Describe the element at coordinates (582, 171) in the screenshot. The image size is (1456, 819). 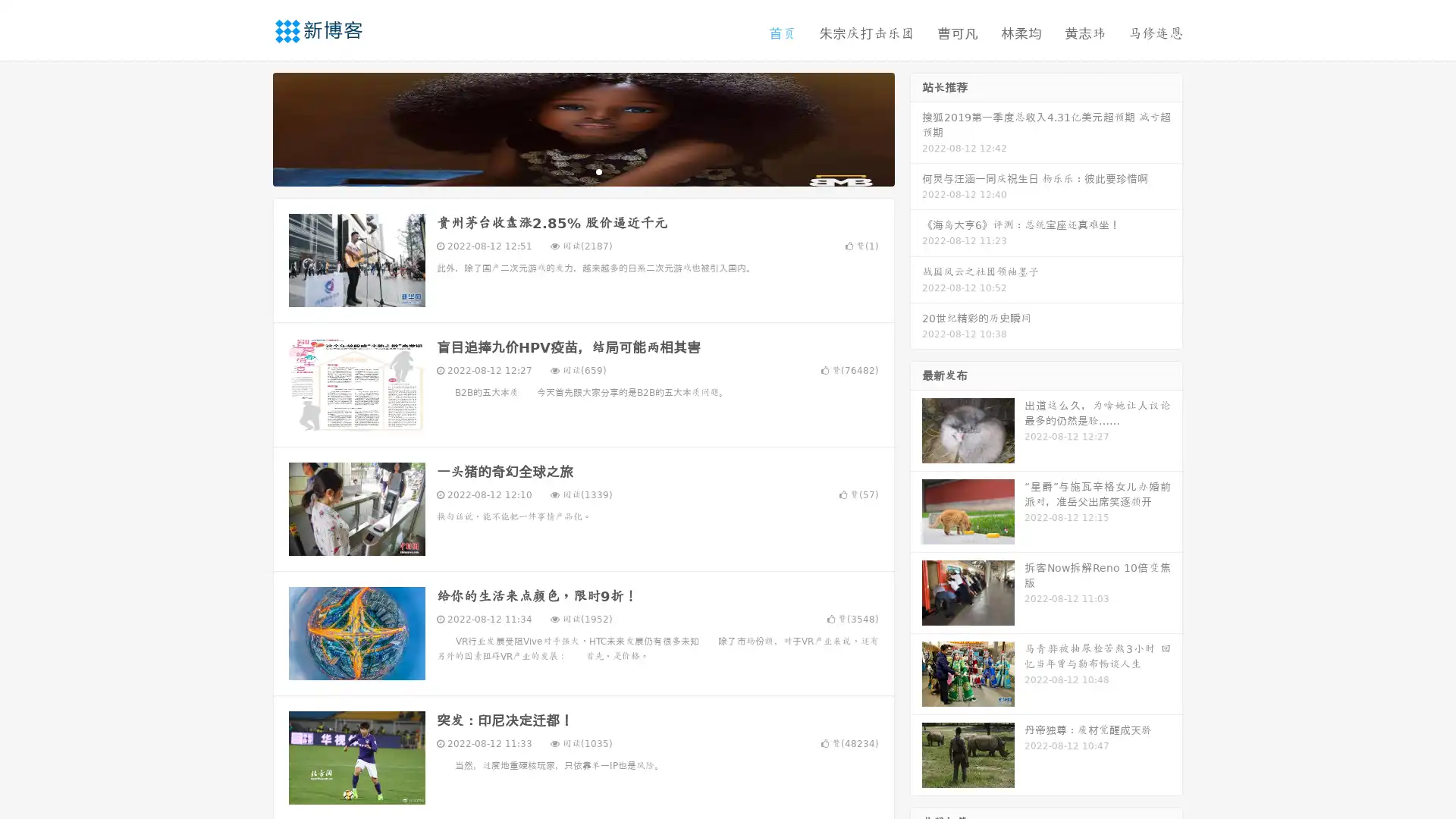
I see `Go to slide 2` at that location.